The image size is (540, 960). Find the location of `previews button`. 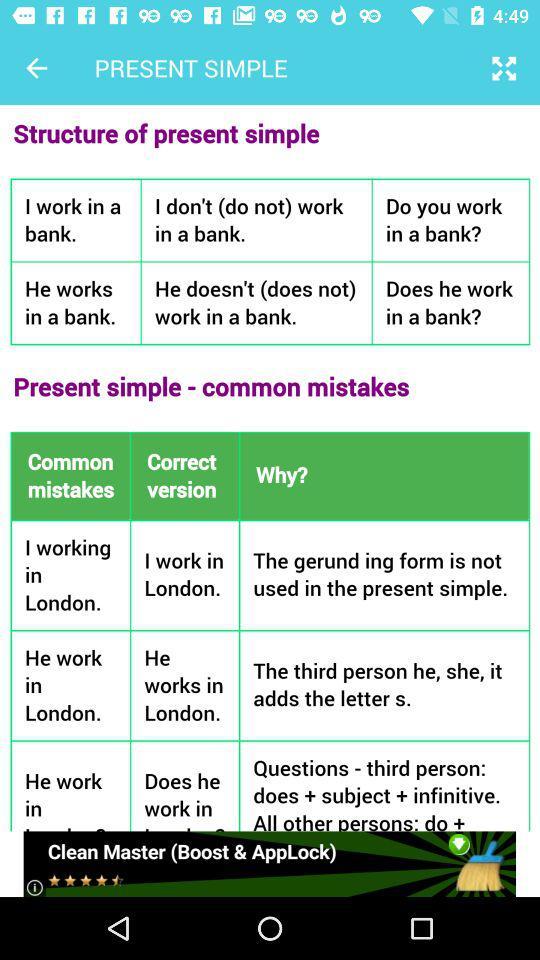

previews button is located at coordinates (36, 68).